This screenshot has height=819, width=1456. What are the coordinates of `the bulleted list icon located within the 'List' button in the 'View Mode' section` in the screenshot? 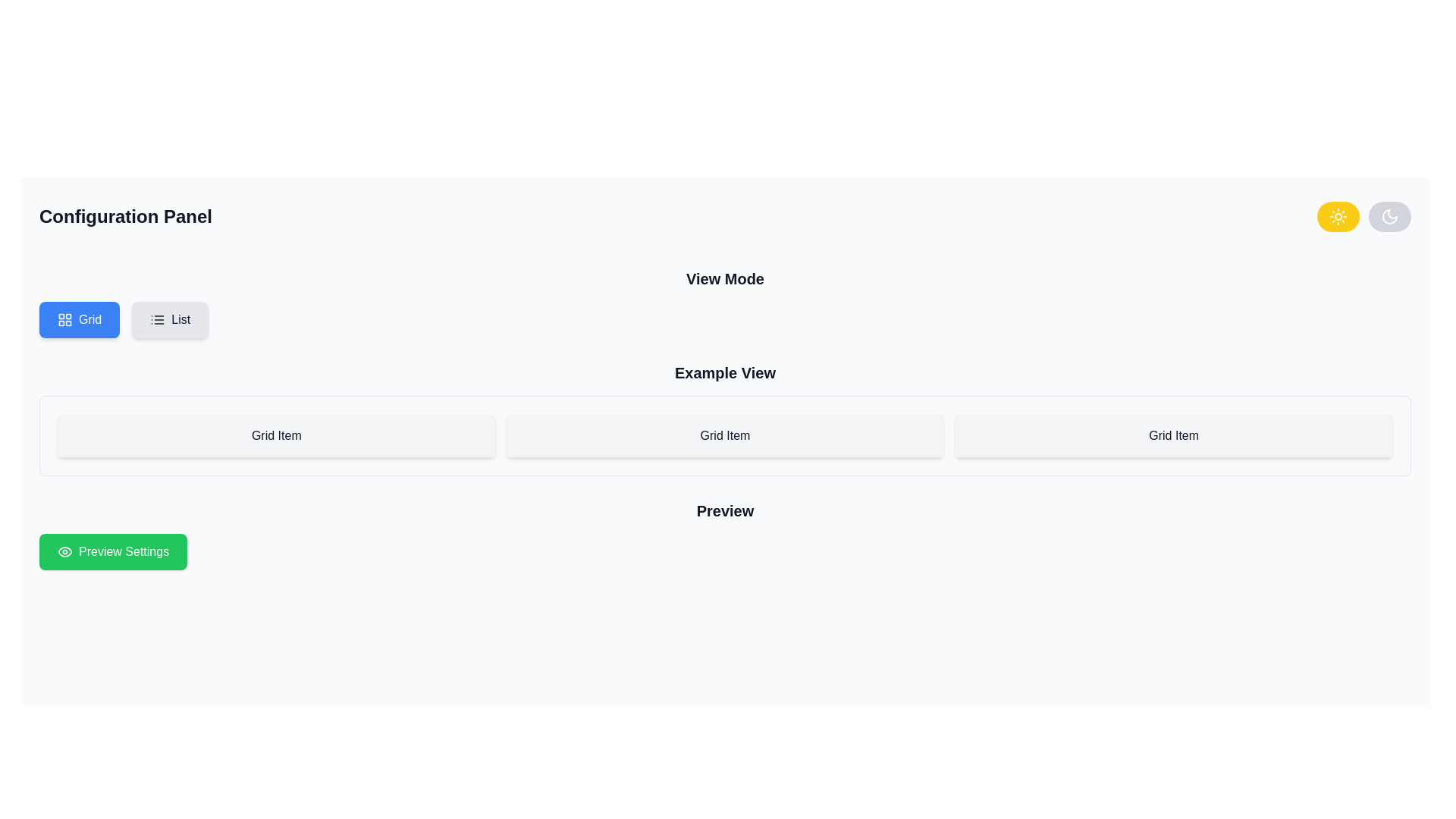 It's located at (158, 318).